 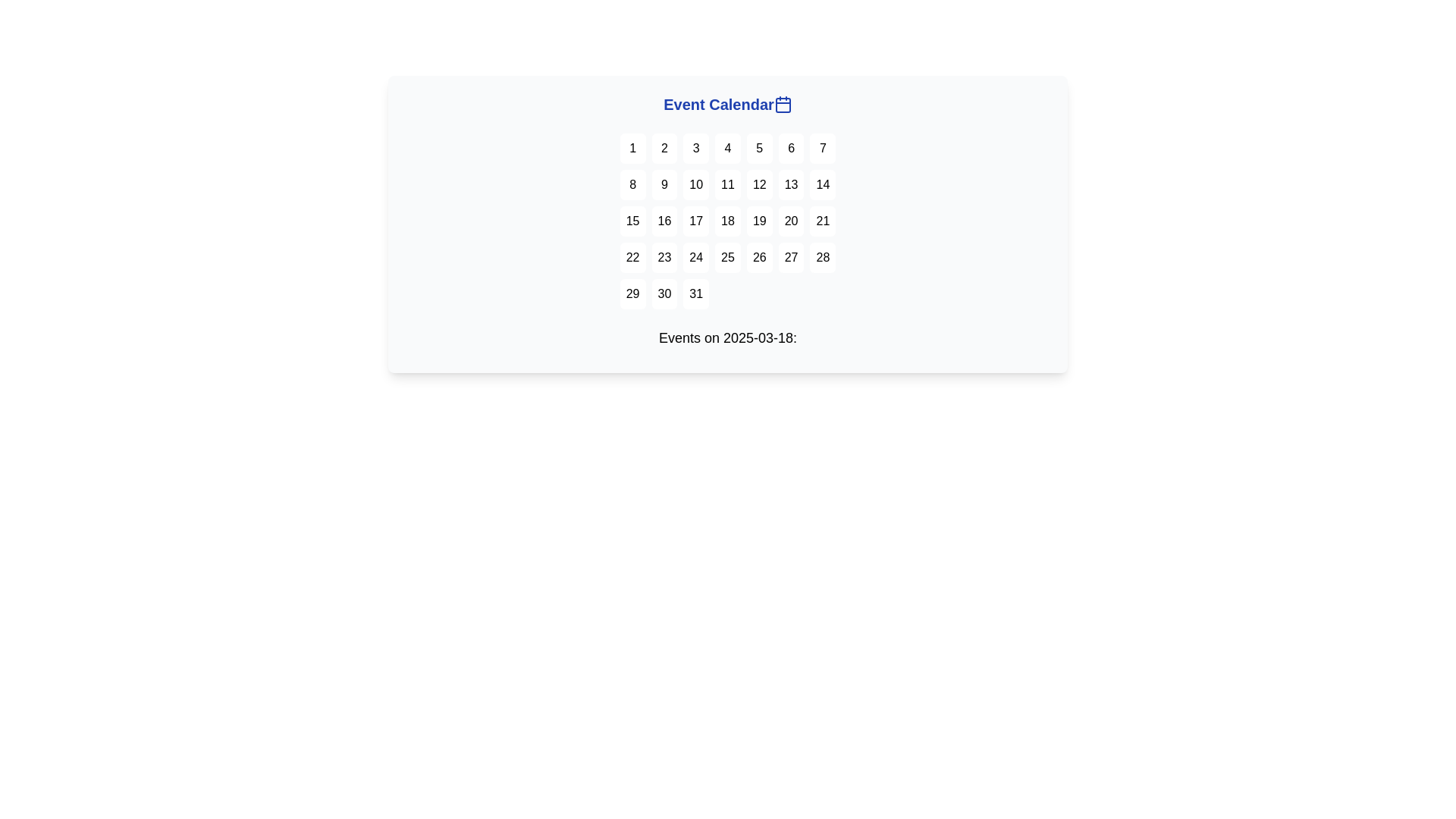 What do you see at coordinates (728, 341) in the screenshot?
I see `the text heading that states 'Events on 2025-03-18:'` at bounding box center [728, 341].